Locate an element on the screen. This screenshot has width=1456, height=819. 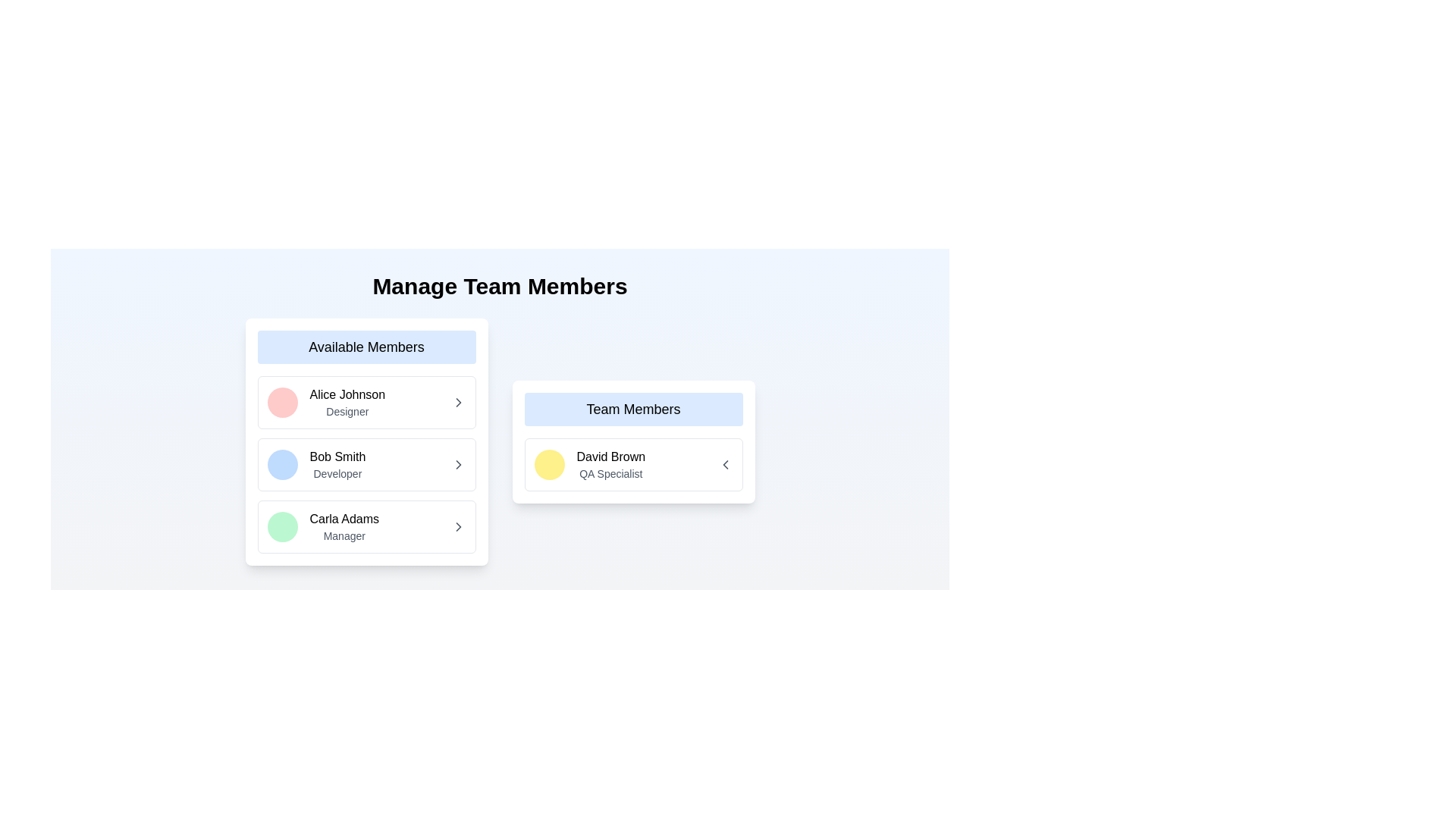
the List item representing team member Alice Johnson, who has the role of Designer is located at coordinates (366, 402).